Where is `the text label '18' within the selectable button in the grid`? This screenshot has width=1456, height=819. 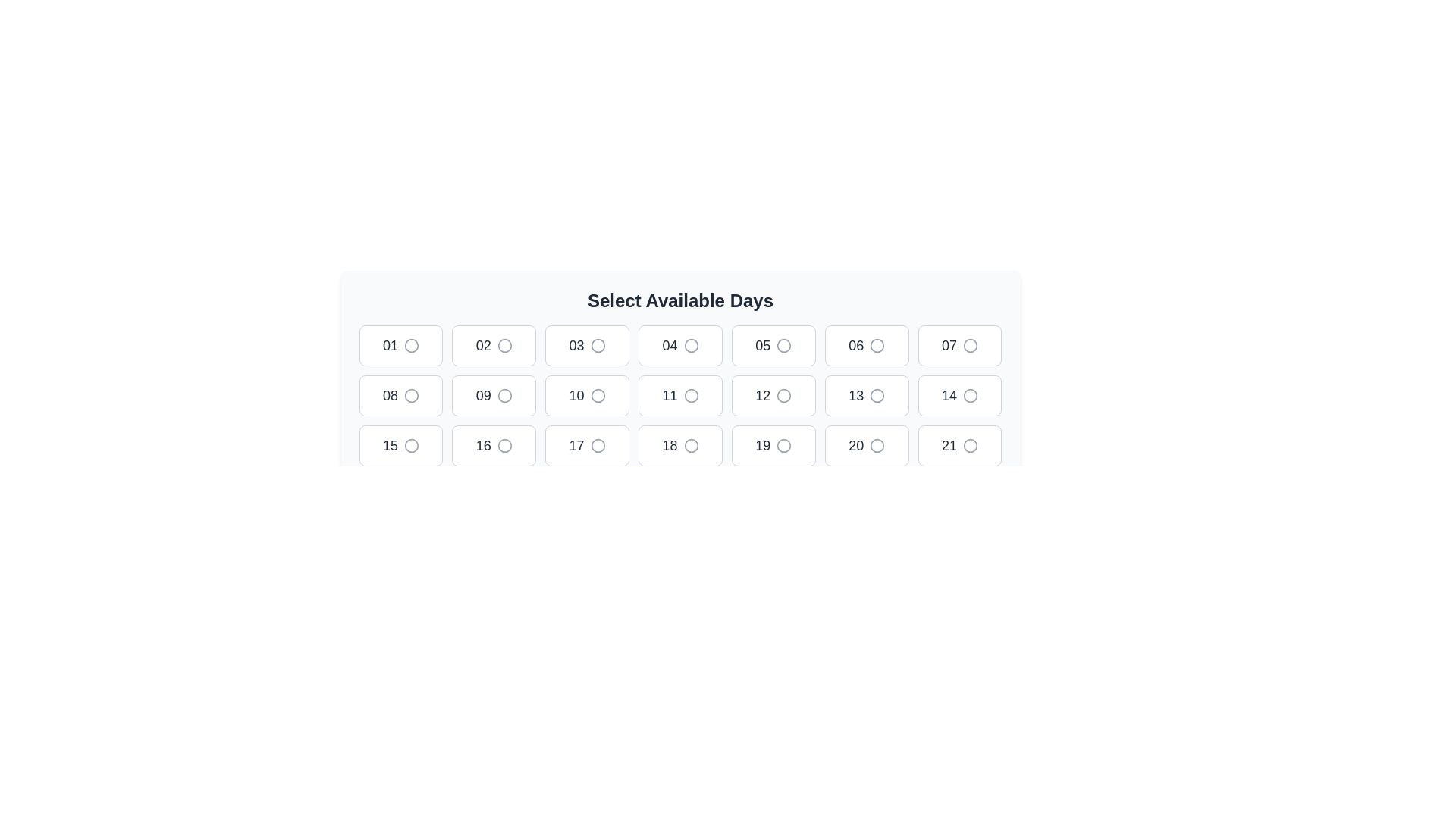
the text label '18' within the selectable button in the grid is located at coordinates (669, 444).